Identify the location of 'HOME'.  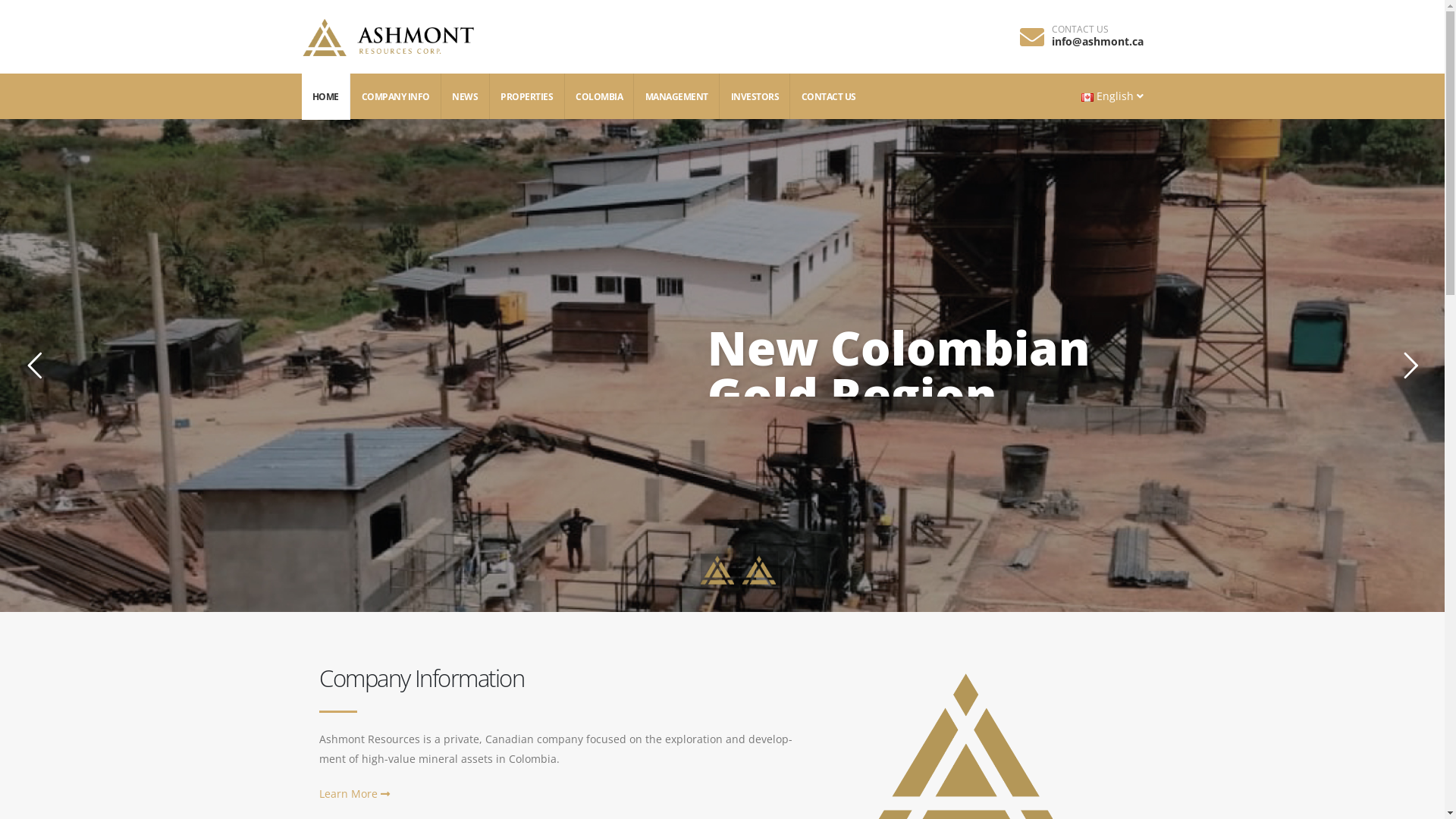
(325, 96).